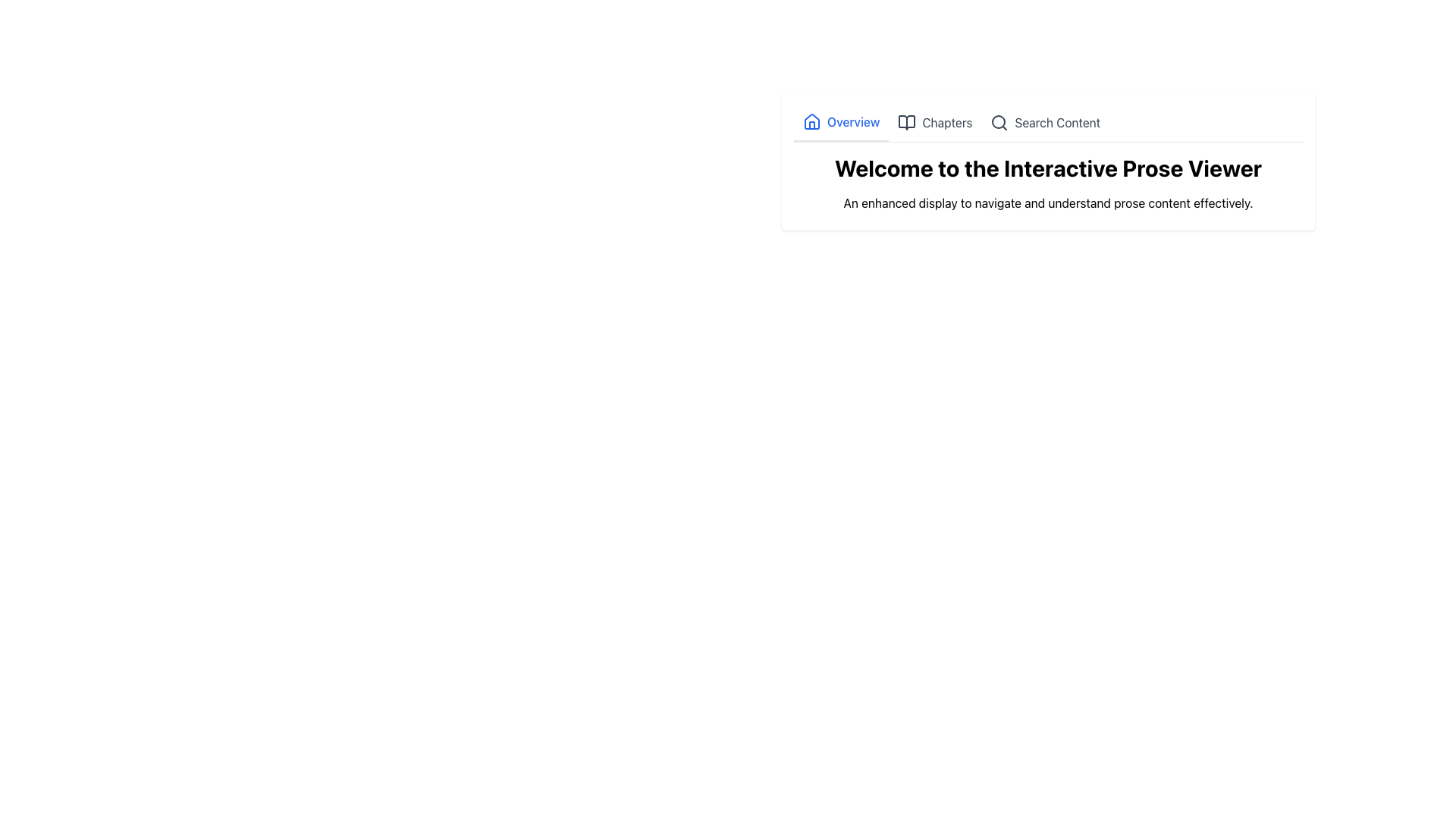  I want to click on the 'Chapters' text label, which is displayed in a serif-style font and is positioned next to an icon of an open book in the upper-center region of the interface, so click(946, 122).